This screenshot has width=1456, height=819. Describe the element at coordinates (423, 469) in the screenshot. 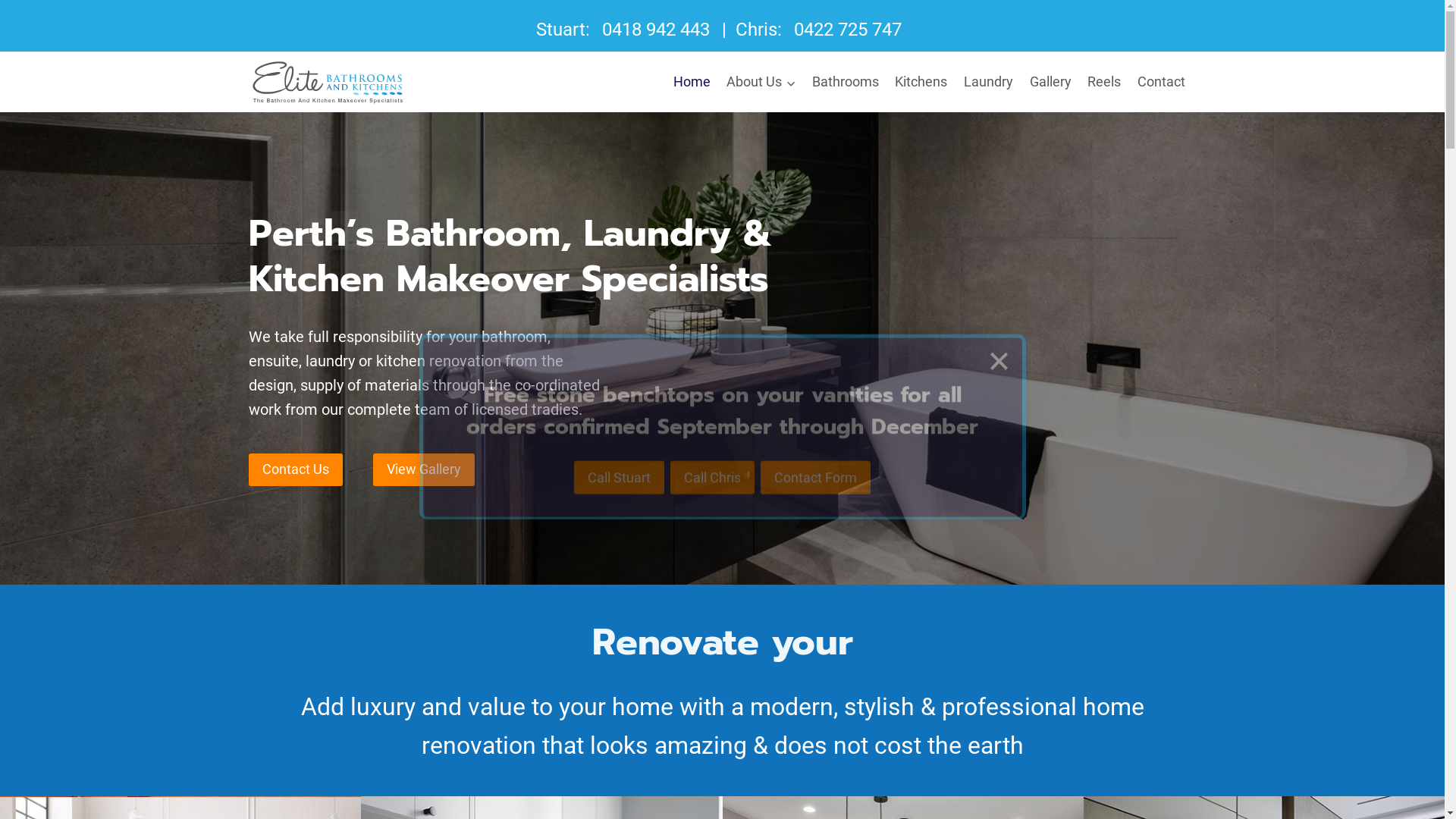

I see `'View Gallery'` at that location.